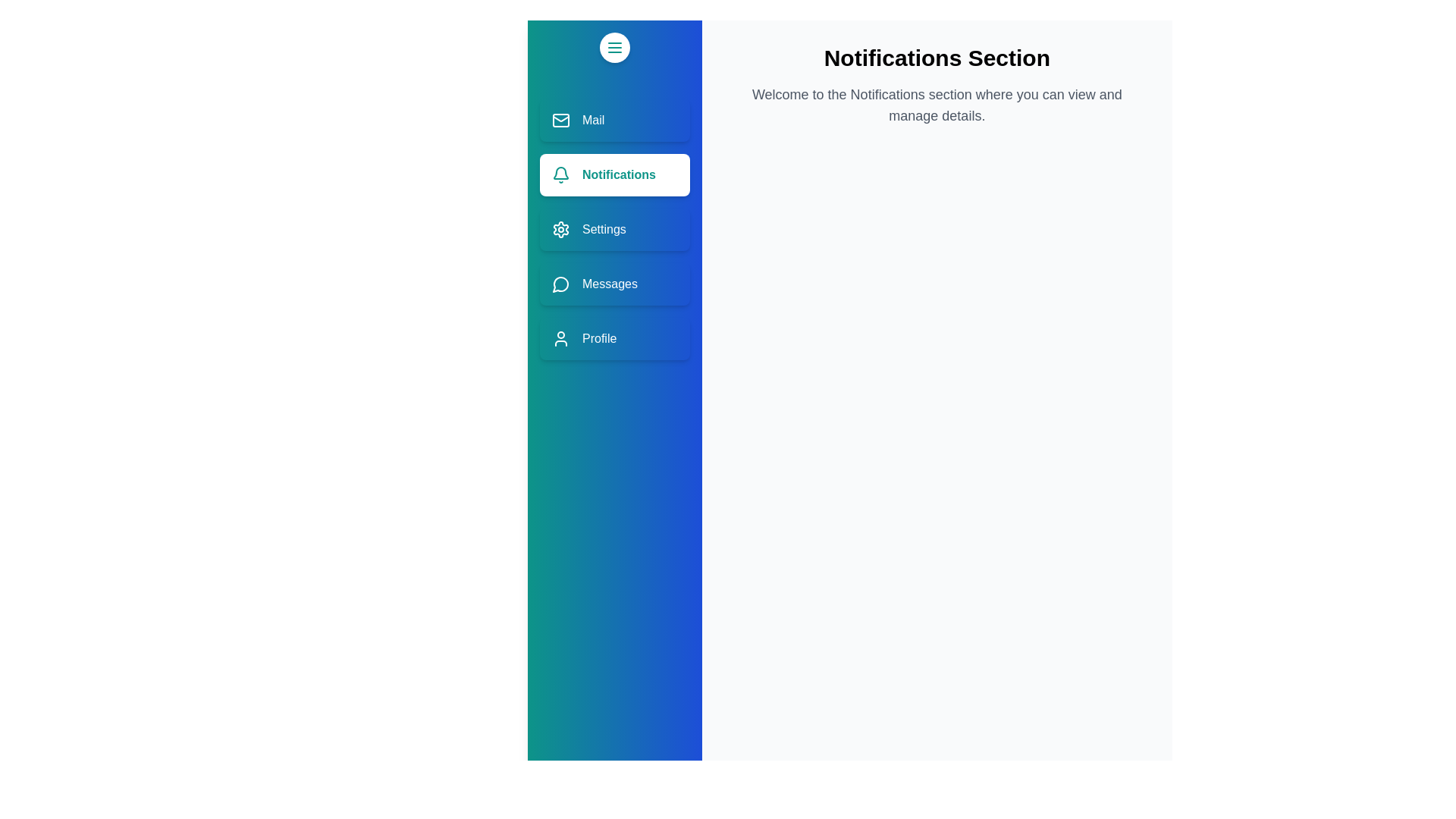 Image resolution: width=1456 pixels, height=819 pixels. Describe the element at coordinates (614, 174) in the screenshot. I see `the section Notifications from the sidebar` at that location.